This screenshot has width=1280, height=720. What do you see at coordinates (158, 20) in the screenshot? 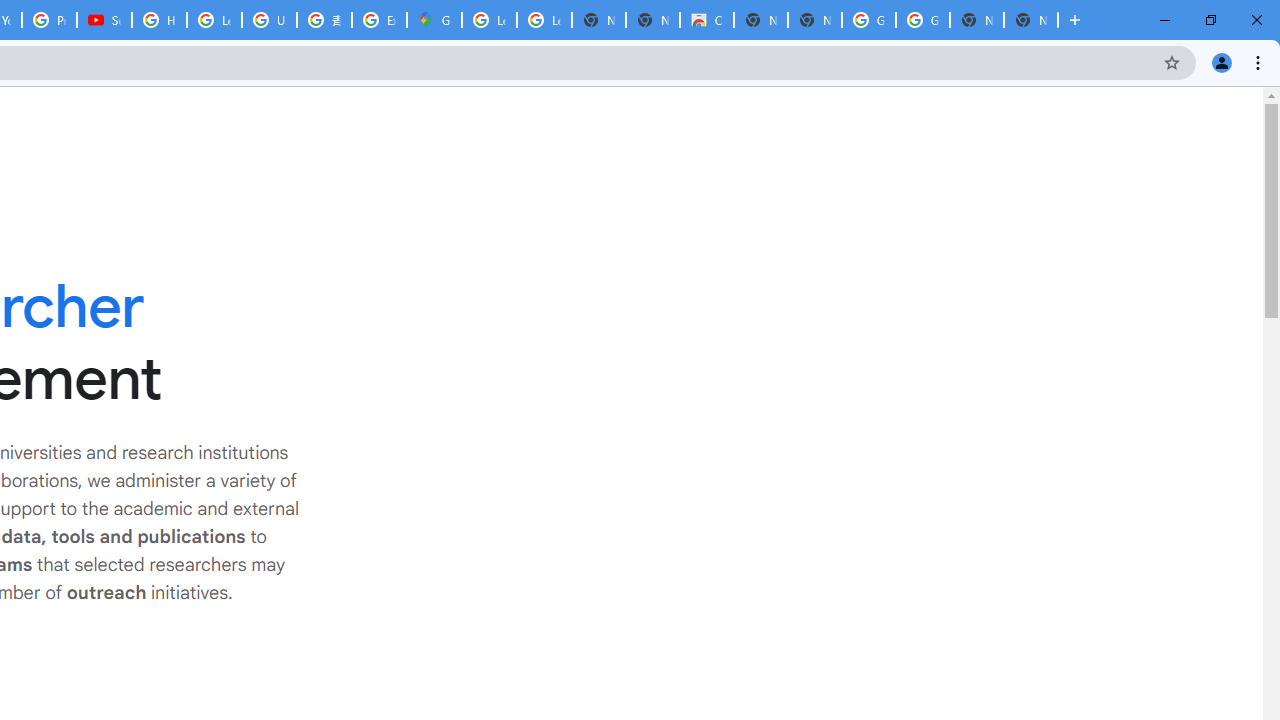
I see `'How Chrome protects your passwords - Google Chrome Help'` at bounding box center [158, 20].